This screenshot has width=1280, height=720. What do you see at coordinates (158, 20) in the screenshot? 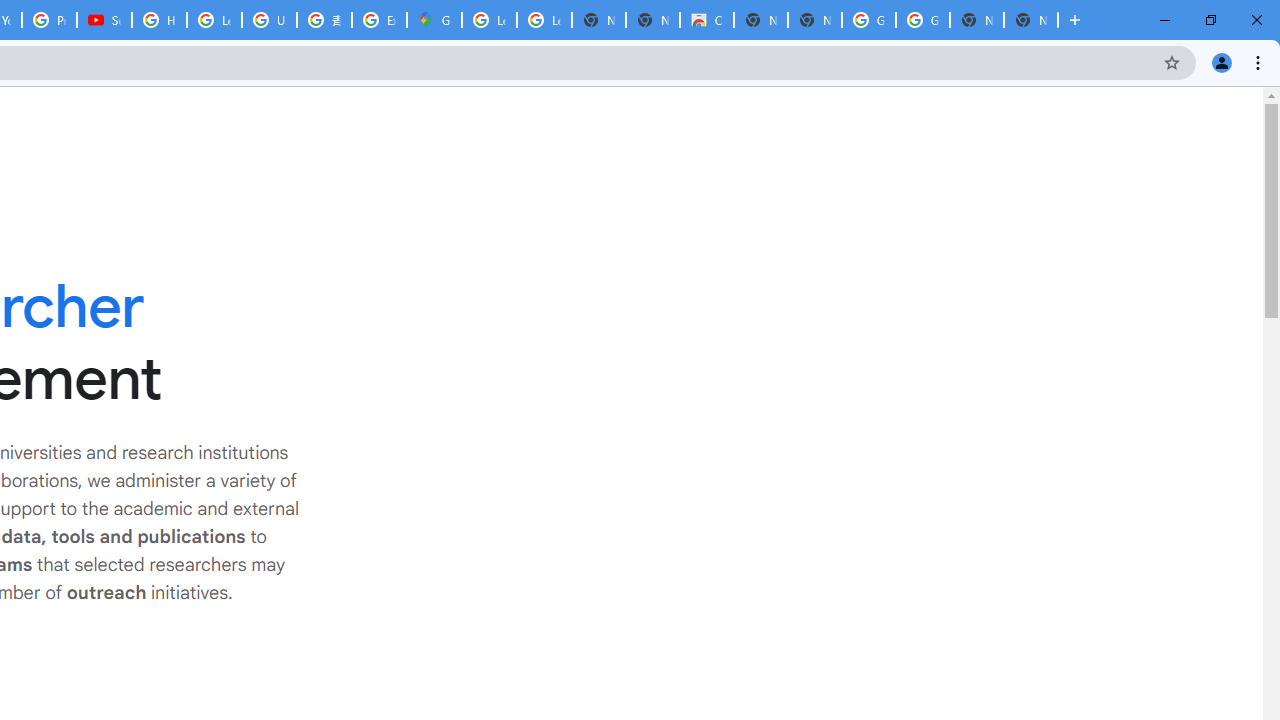
I see `'How Chrome protects your passwords - Google Chrome Help'` at bounding box center [158, 20].